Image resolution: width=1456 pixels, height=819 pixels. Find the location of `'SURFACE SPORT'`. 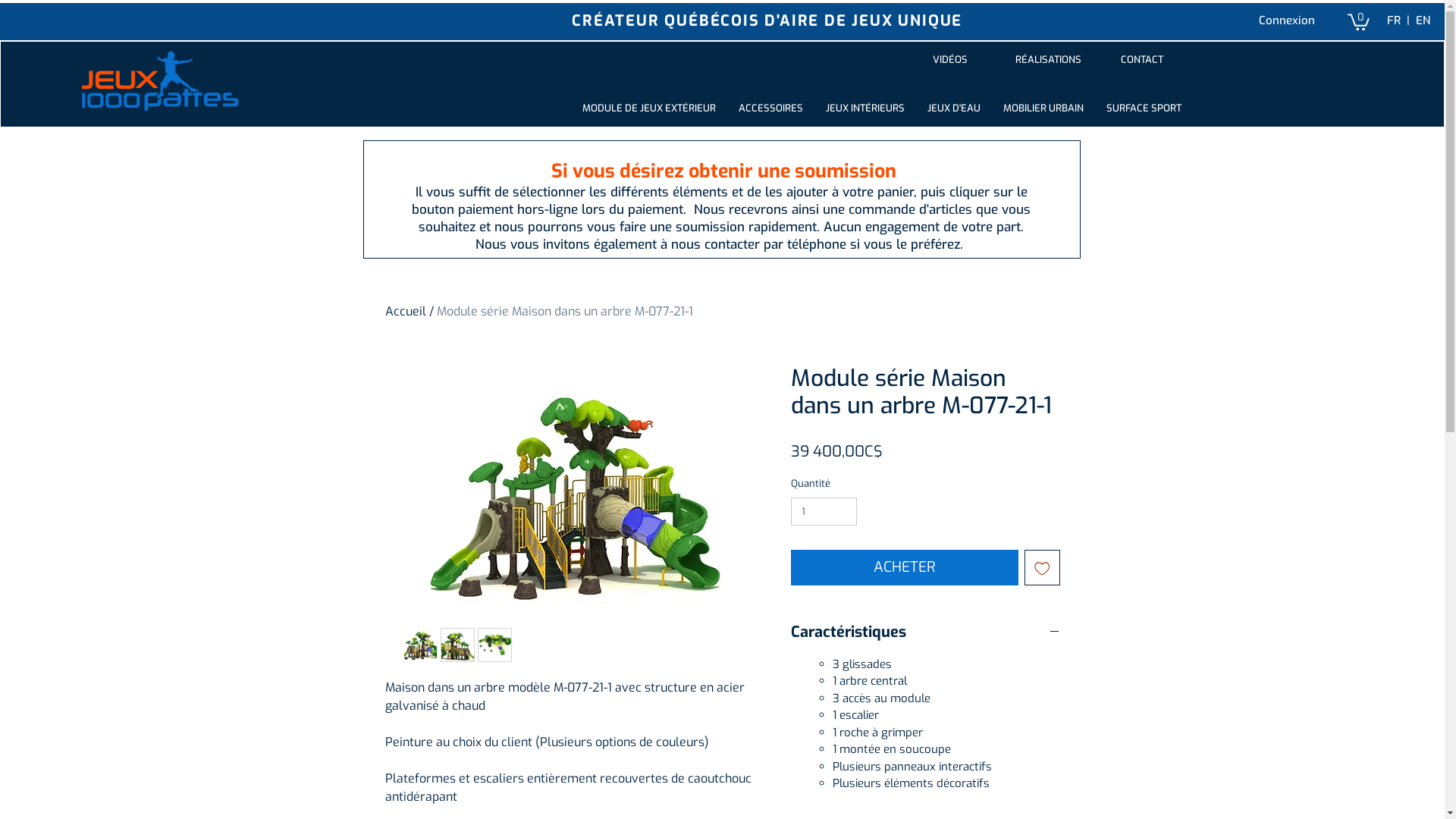

'SURFACE SPORT' is located at coordinates (1144, 107).